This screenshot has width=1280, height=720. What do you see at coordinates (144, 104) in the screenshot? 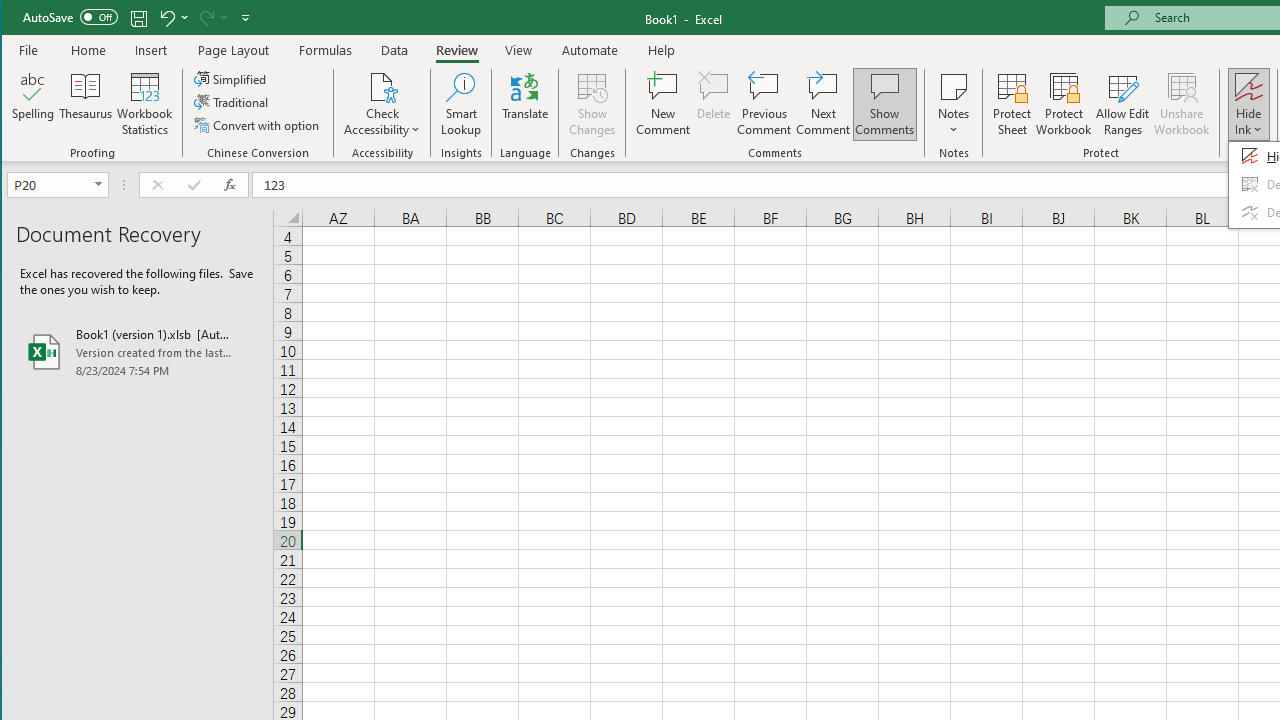
I see `'Workbook Statistics'` at bounding box center [144, 104].